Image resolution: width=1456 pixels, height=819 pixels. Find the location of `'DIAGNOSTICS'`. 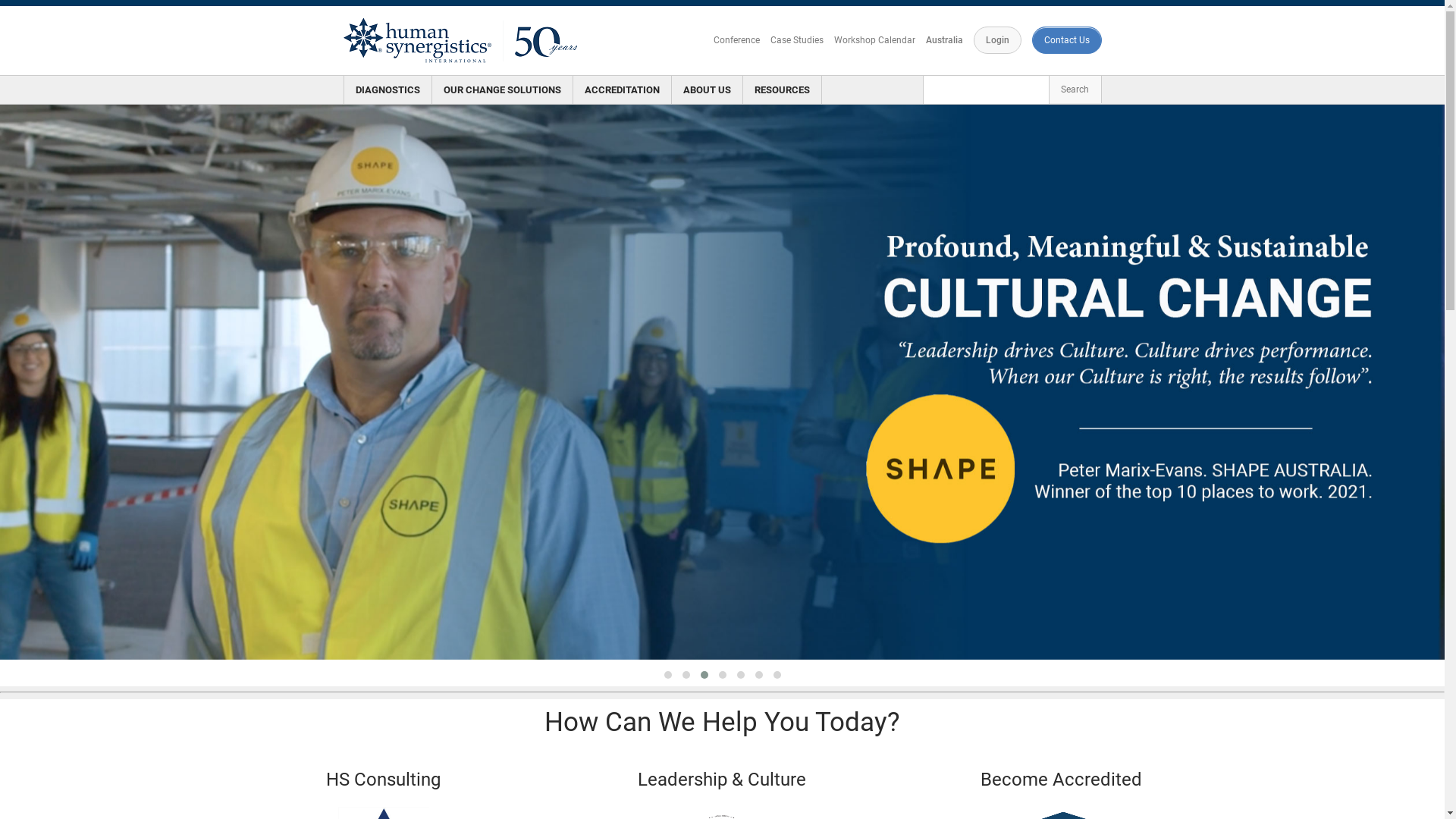

'DIAGNOSTICS' is located at coordinates (388, 89).